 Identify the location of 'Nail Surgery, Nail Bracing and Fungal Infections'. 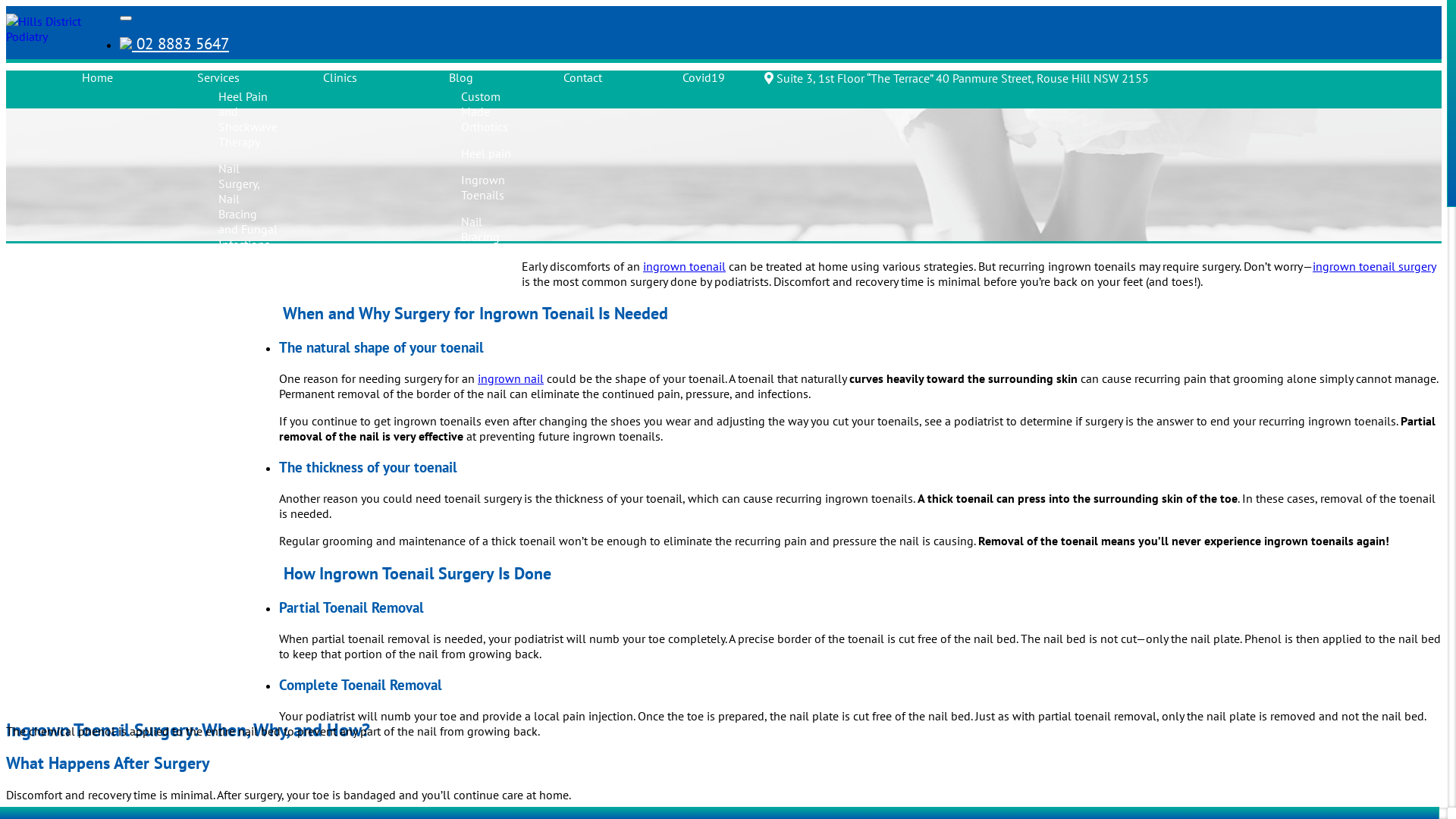
(247, 206).